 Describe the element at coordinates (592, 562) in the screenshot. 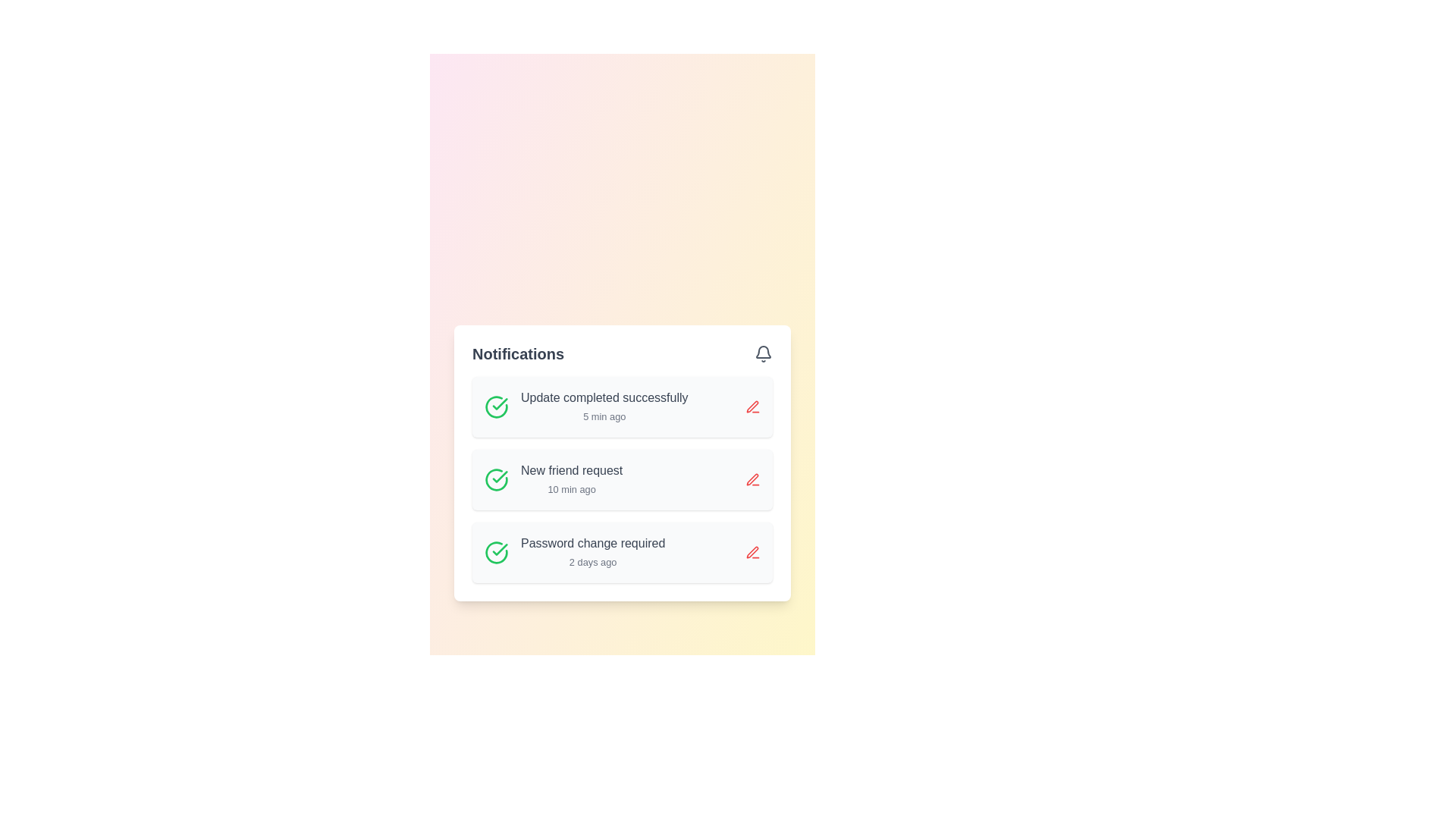

I see `the Text label that displays the elapsed time since the 'Password change required' notification, which is positioned below the main label` at that location.